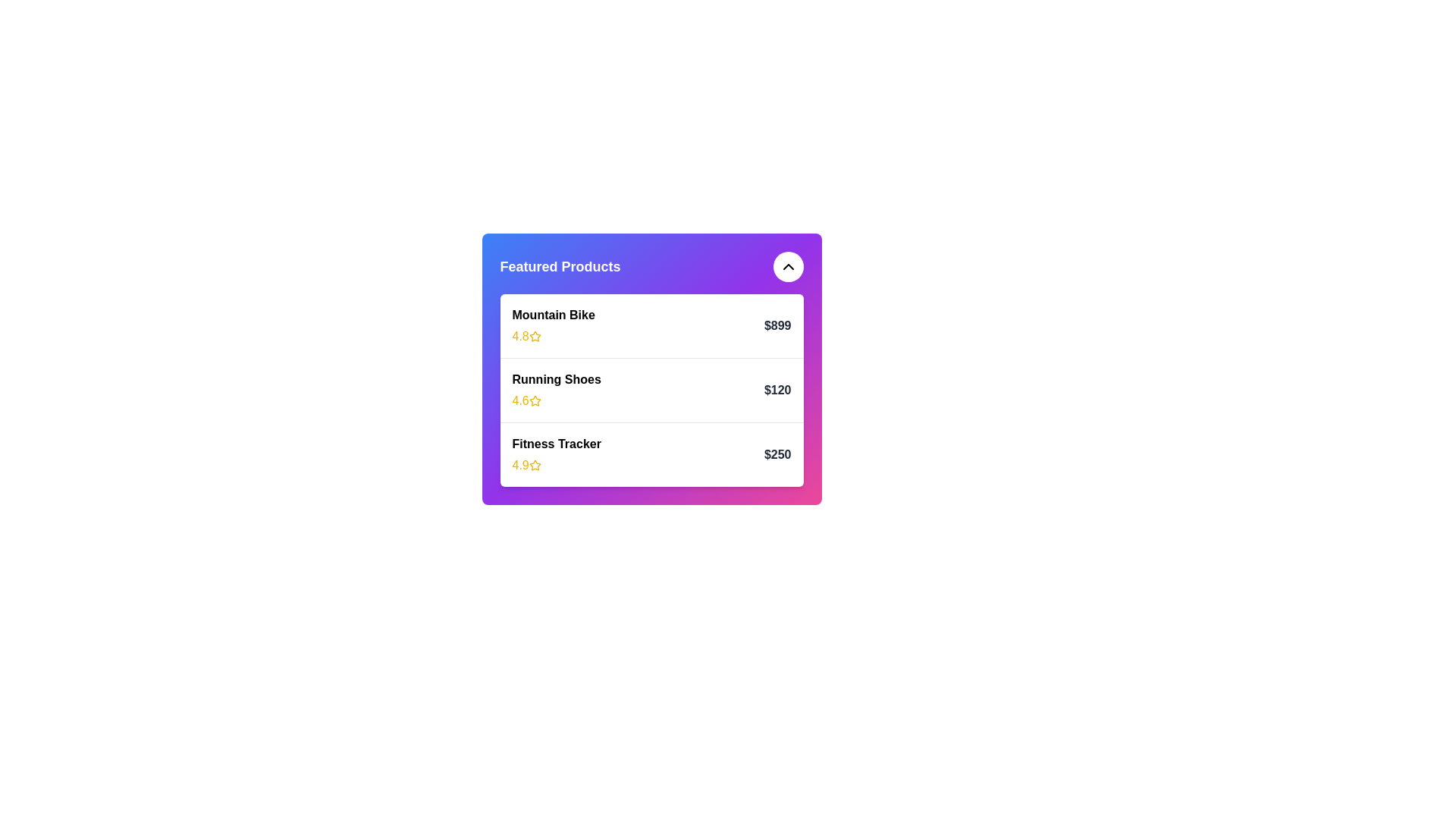  What do you see at coordinates (651, 390) in the screenshot?
I see `the white, rectangular card containing the product details within the 'Featured Products' section` at bounding box center [651, 390].